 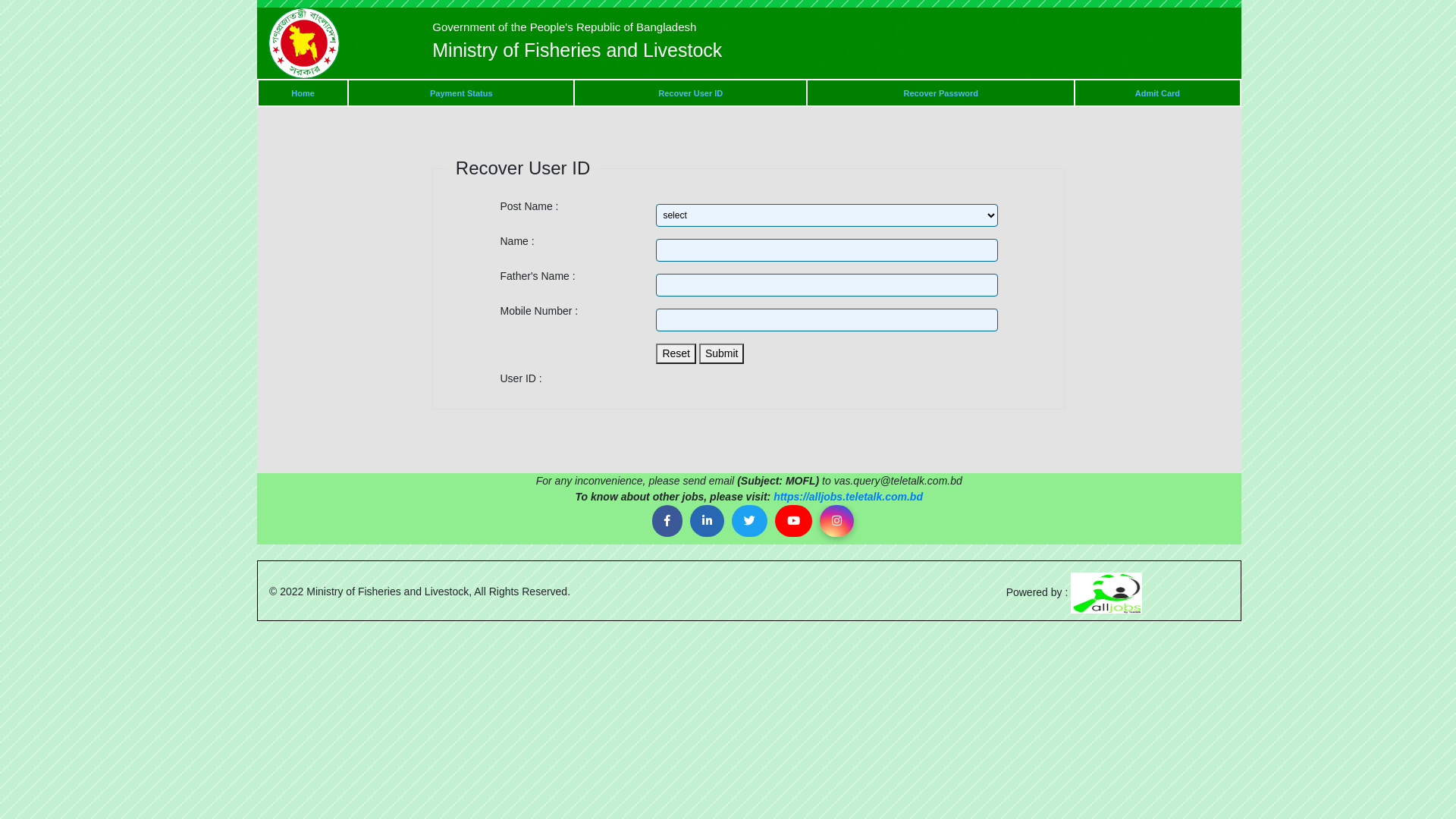 I want to click on 'Youtube', so click(x=792, y=520).